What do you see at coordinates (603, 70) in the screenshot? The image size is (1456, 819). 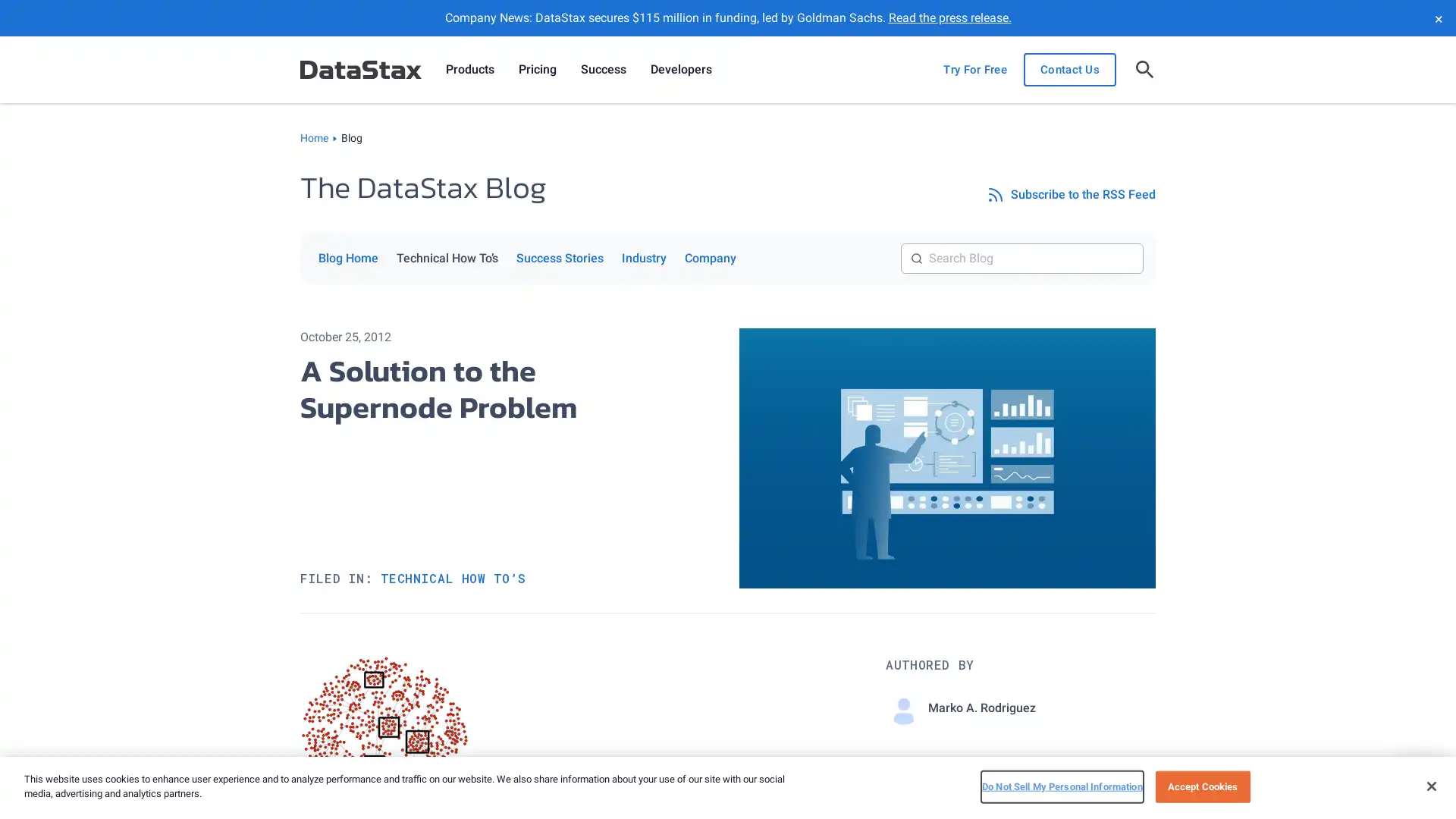 I see `Success` at bounding box center [603, 70].